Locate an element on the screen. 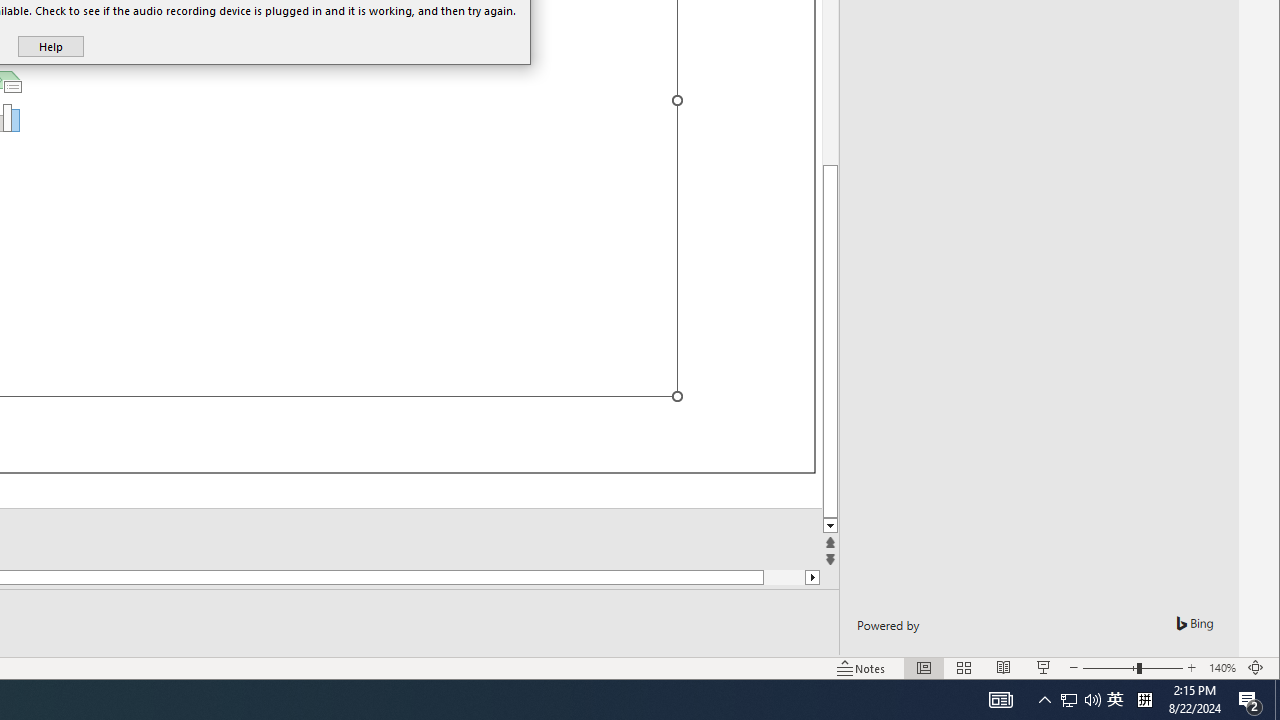  'Zoom 140%' is located at coordinates (1221, 668).